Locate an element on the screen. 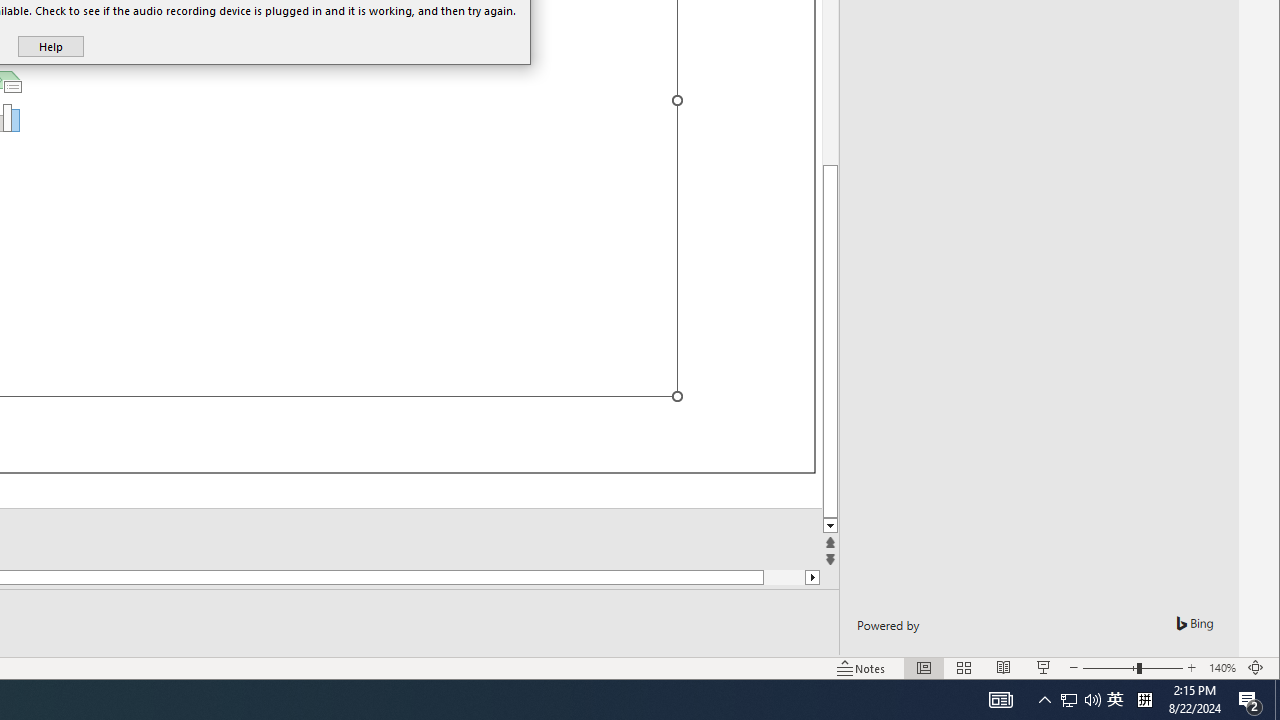  'Zoom 140%' is located at coordinates (1221, 668).